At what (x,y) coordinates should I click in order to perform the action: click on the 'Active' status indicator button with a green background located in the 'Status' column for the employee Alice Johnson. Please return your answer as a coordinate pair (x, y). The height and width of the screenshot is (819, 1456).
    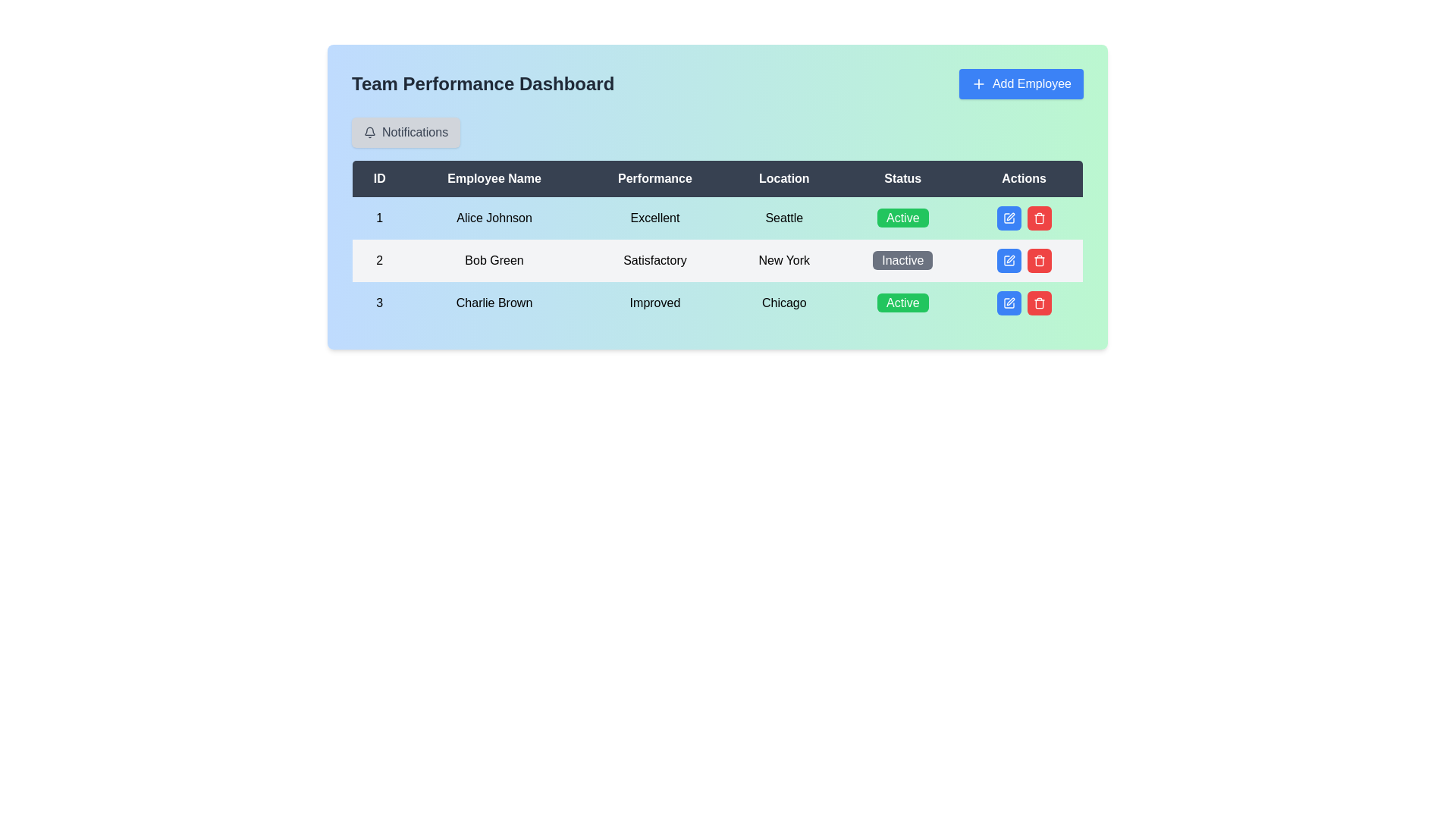
    Looking at the image, I should click on (902, 218).